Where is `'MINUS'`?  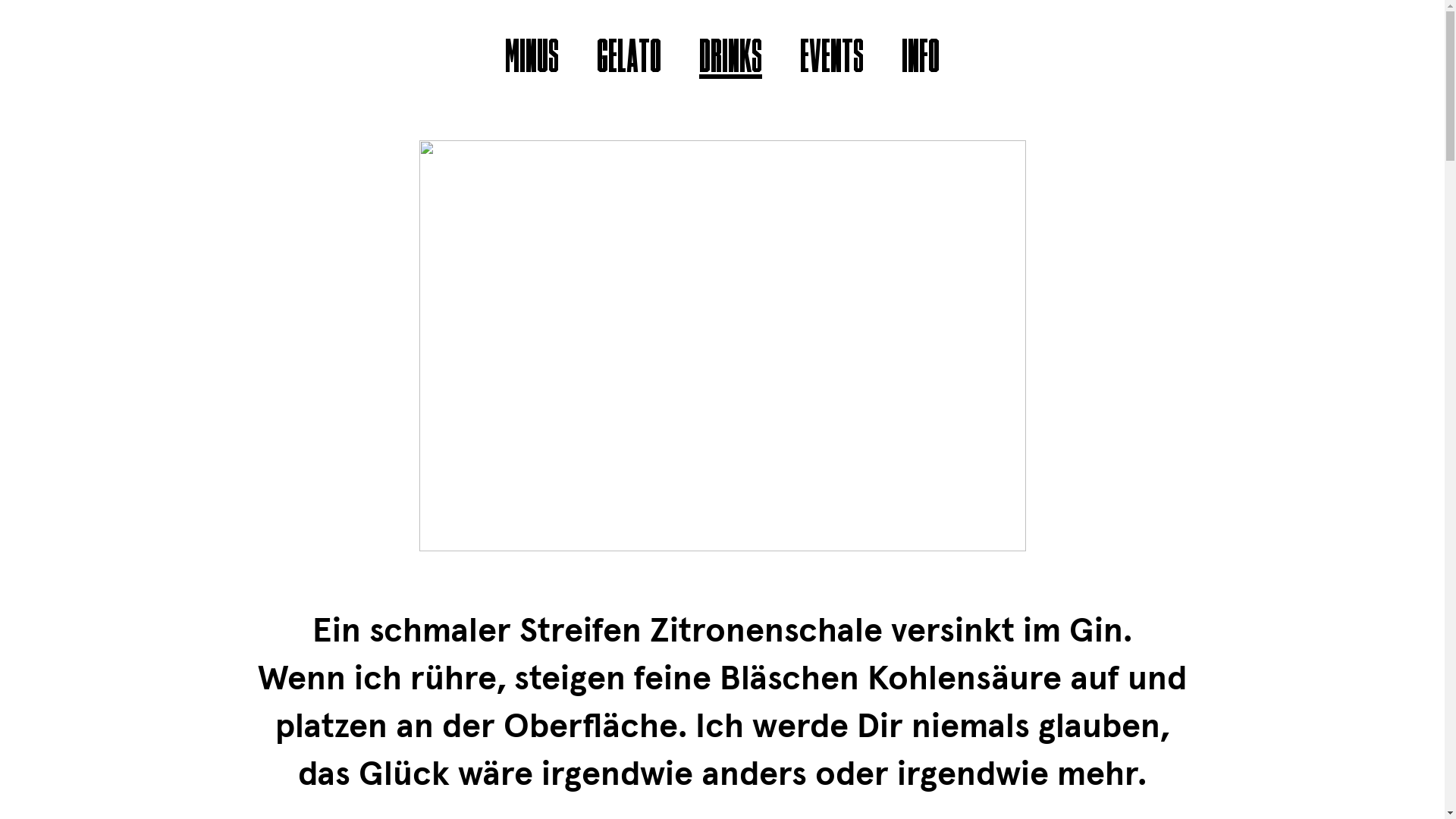 'MINUS' is located at coordinates (532, 60).